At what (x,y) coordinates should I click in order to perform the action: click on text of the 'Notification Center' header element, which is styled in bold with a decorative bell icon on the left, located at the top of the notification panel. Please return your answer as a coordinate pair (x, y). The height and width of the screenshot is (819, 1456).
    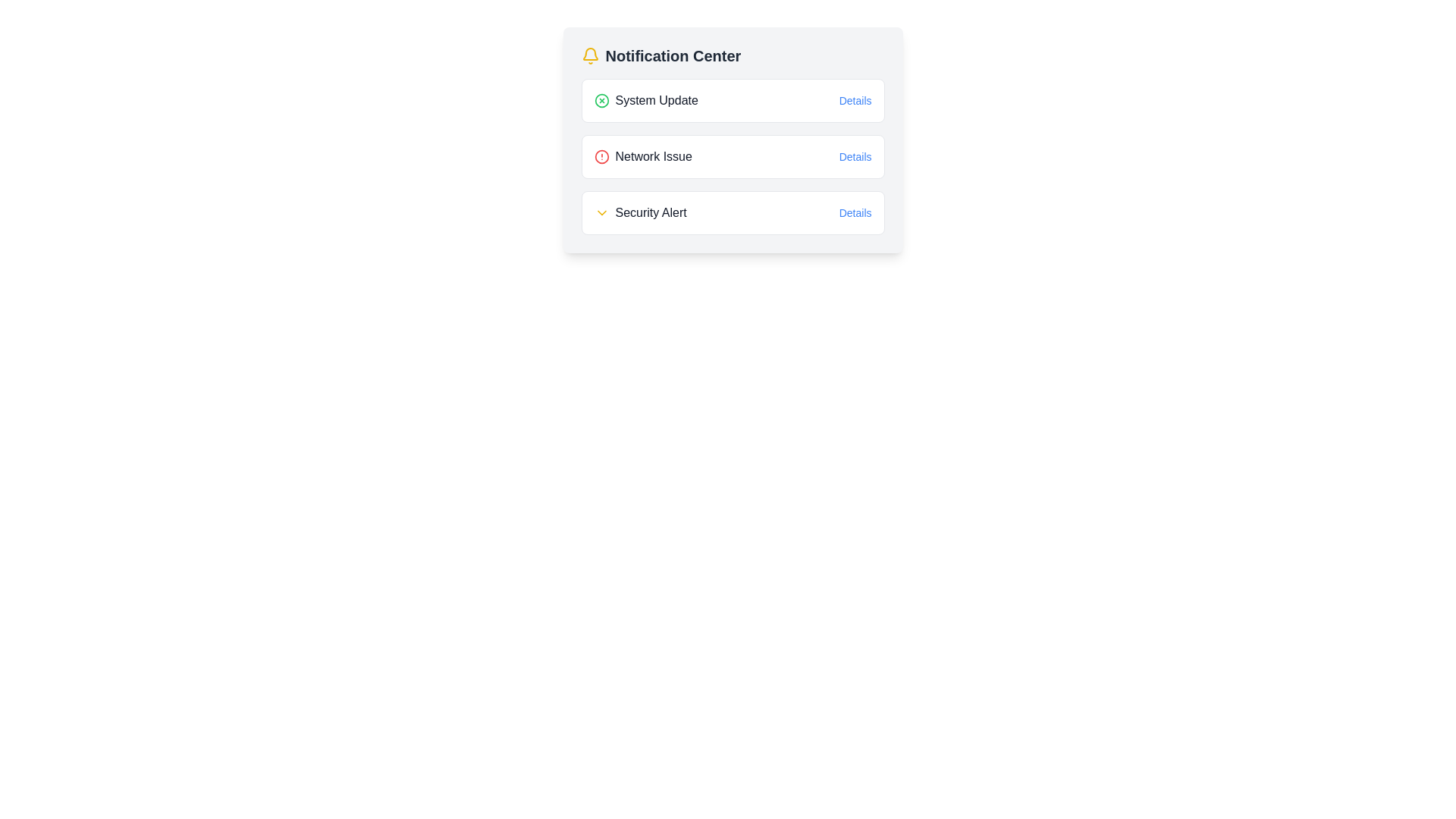
    Looking at the image, I should click on (733, 55).